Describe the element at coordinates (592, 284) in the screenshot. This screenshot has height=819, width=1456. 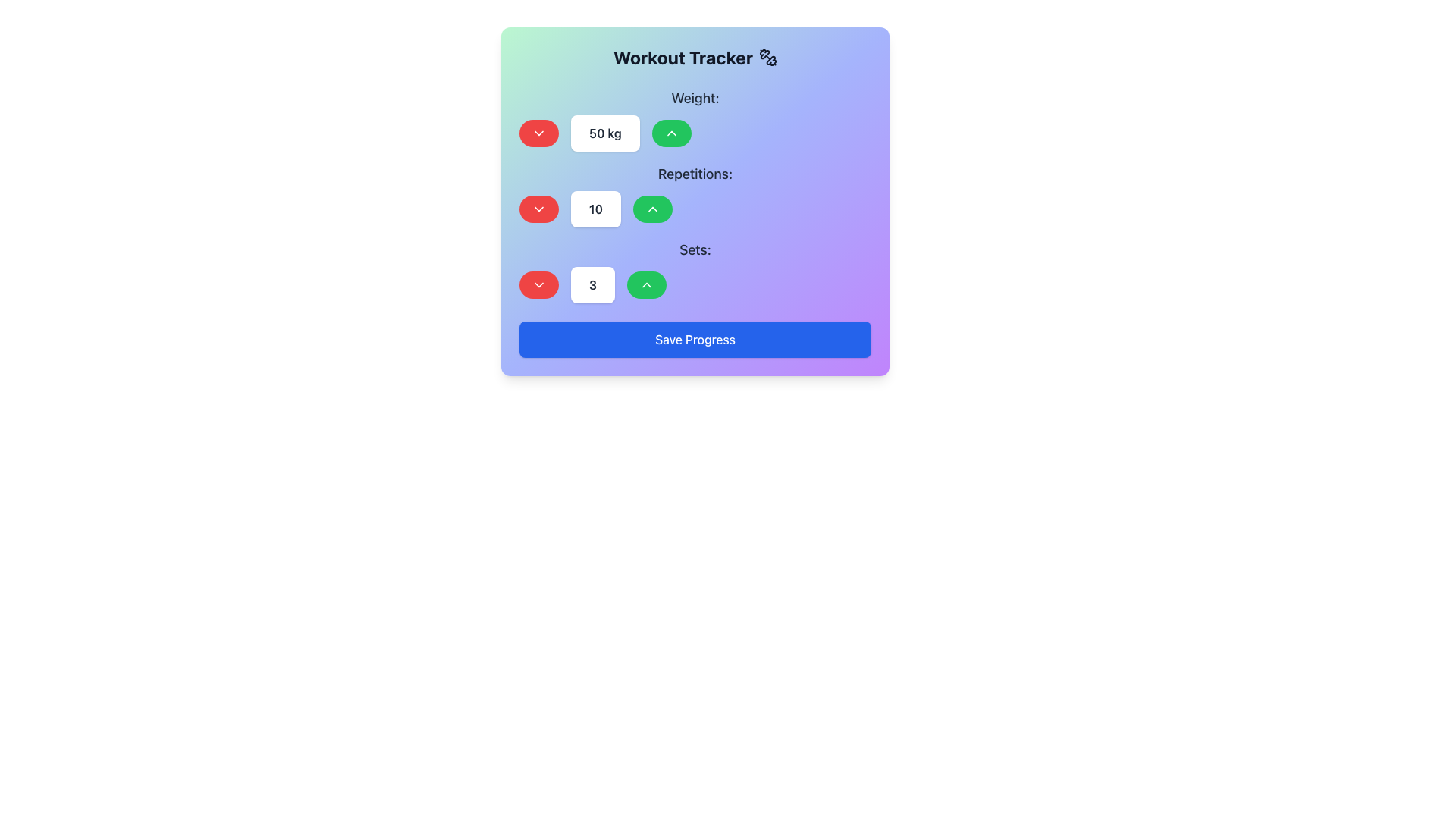
I see `the static text element displaying the bold text '3', which is styled as a button with rounded corners and a shadow effect, located between a red circular button and a green circular button in the workout parameters UI` at that location.